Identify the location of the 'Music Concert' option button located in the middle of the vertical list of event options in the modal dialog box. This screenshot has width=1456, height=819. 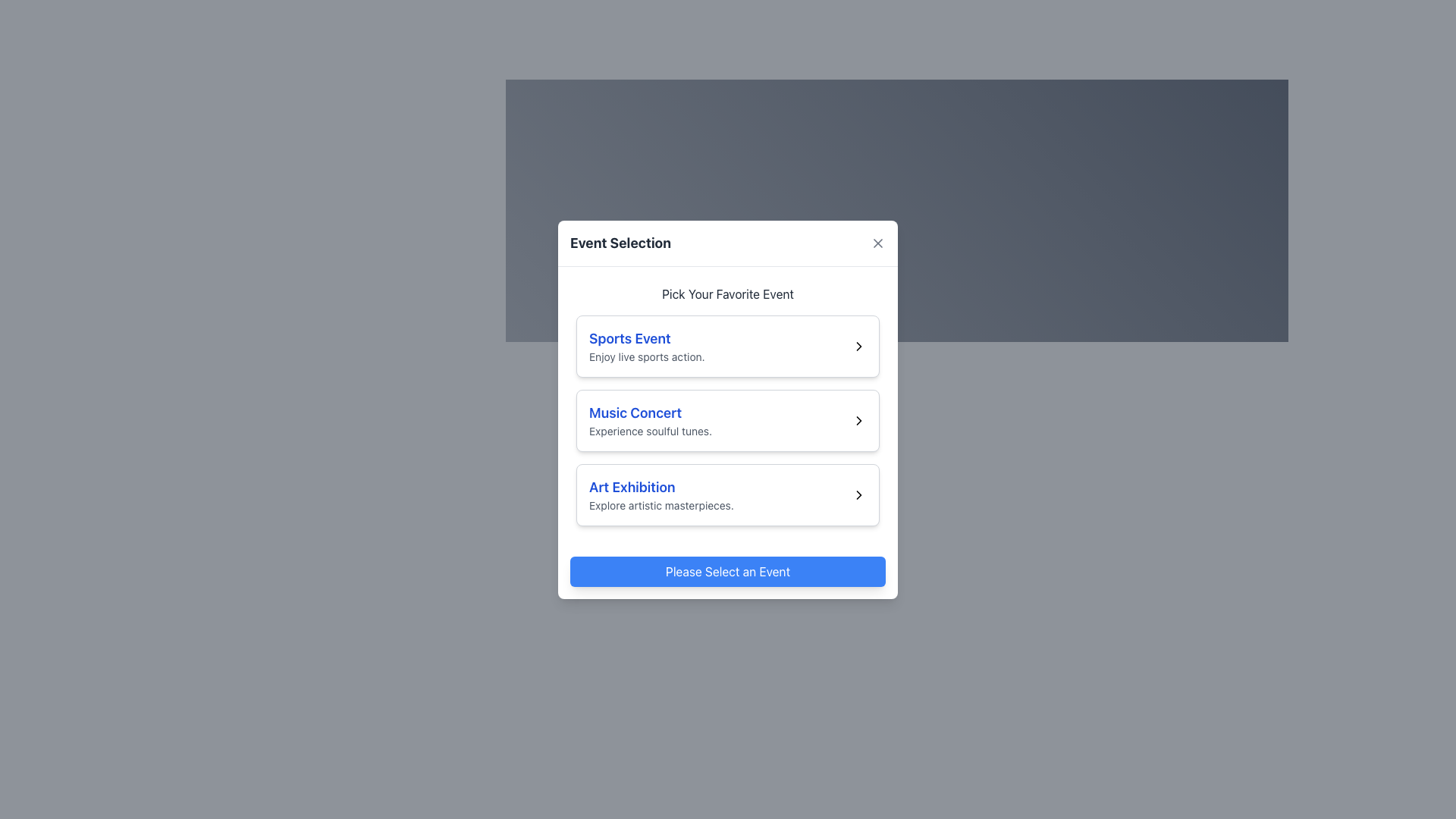
(728, 420).